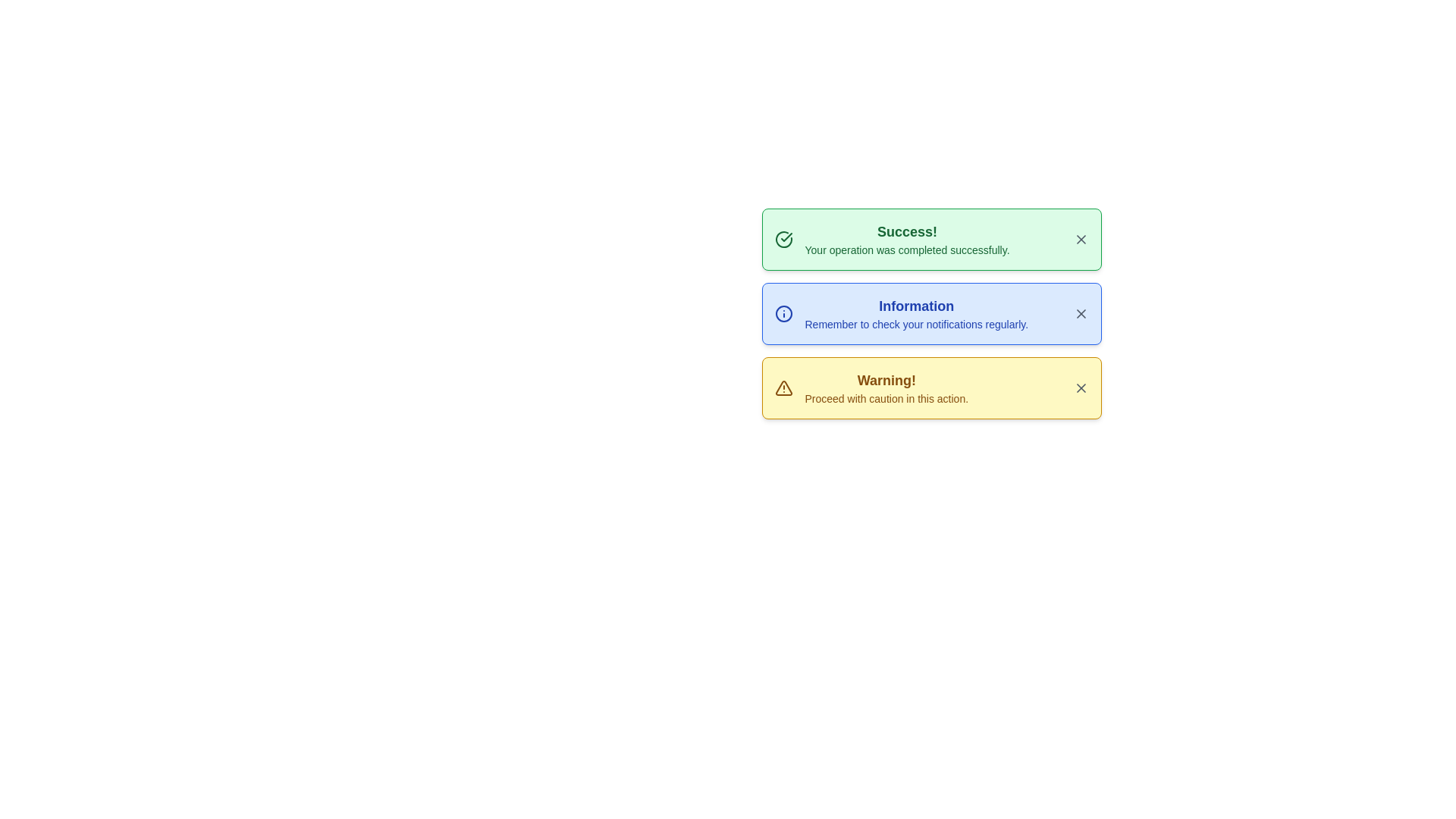 The height and width of the screenshot is (819, 1456). What do you see at coordinates (886, 379) in the screenshot?
I see `the 'Warning!' text label, which is bold, large, and dark brown, located at the top of a yellow warning message box` at bounding box center [886, 379].